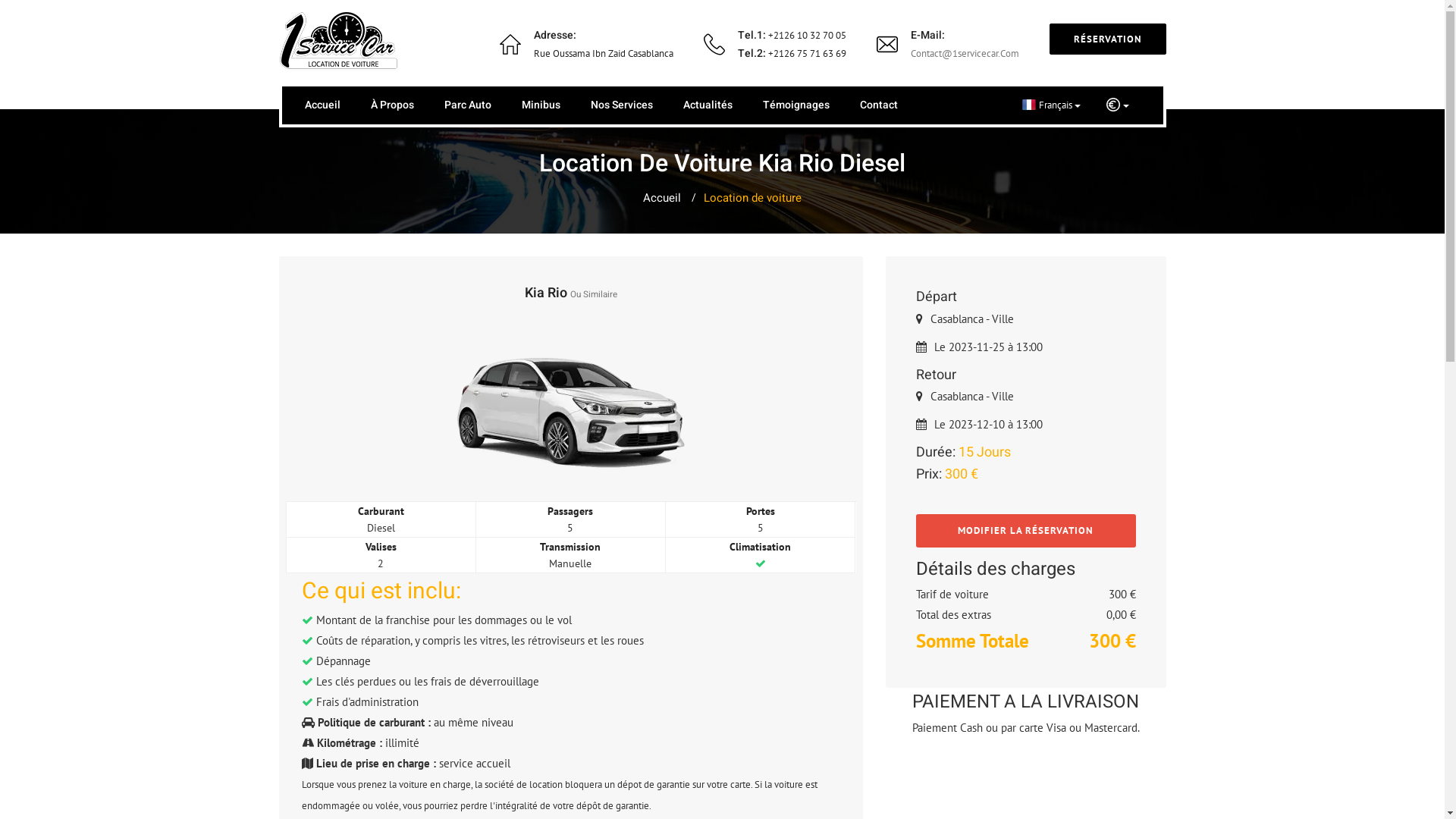 The width and height of the screenshot is (1456, 819). I want to click on 'Contact@1servicecar.Com', so click(910, 52).